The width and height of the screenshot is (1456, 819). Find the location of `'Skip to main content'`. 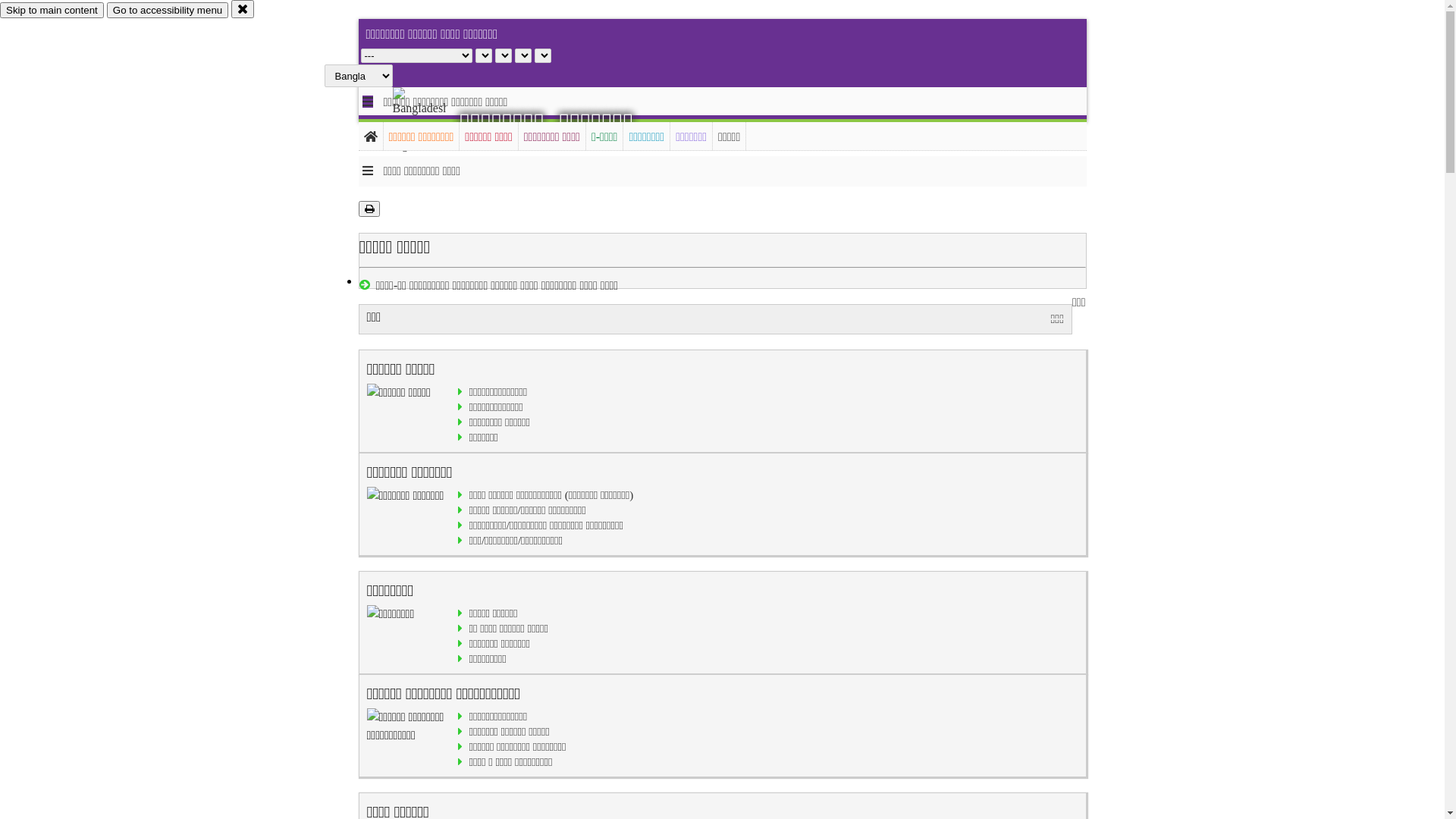

'Skip to main content' is located at coordinates (52, 10).